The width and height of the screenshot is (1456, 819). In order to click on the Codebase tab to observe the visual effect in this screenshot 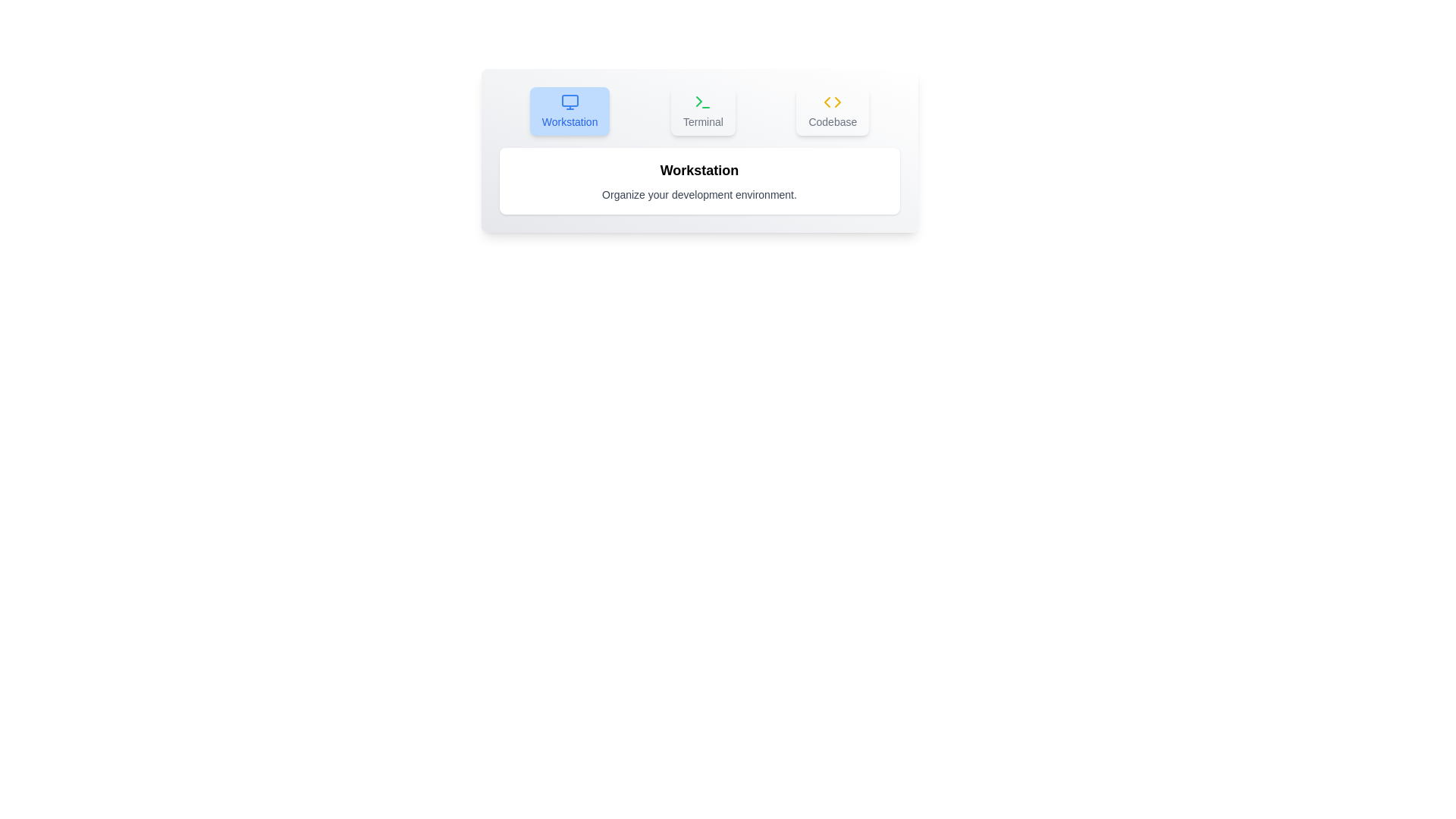, I will do `click(832, 110)`.